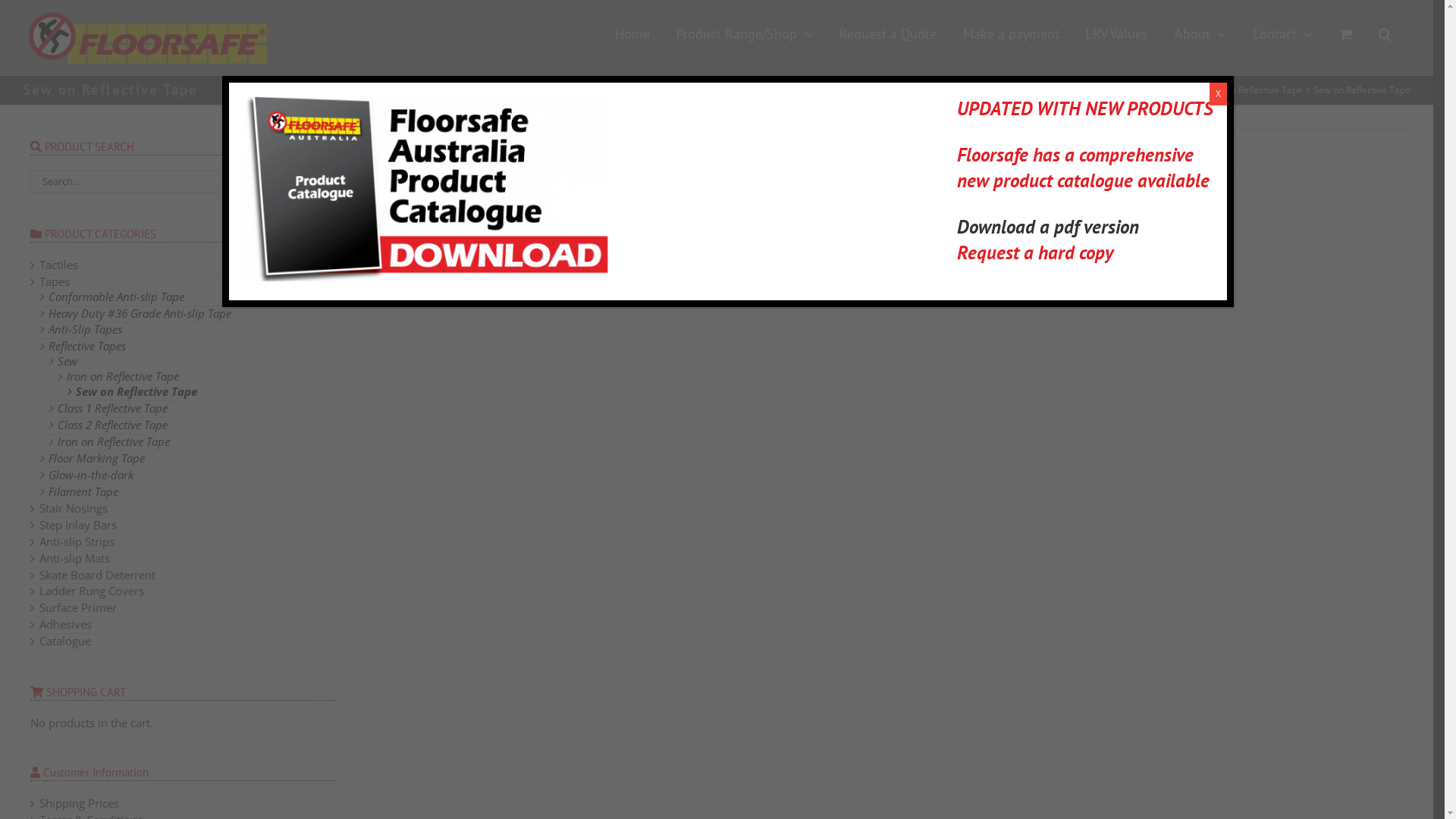  What do you see at coordinates (64, 640) in the screenshot?
I see `'Catalogue'` at bounding box center [64, 640].